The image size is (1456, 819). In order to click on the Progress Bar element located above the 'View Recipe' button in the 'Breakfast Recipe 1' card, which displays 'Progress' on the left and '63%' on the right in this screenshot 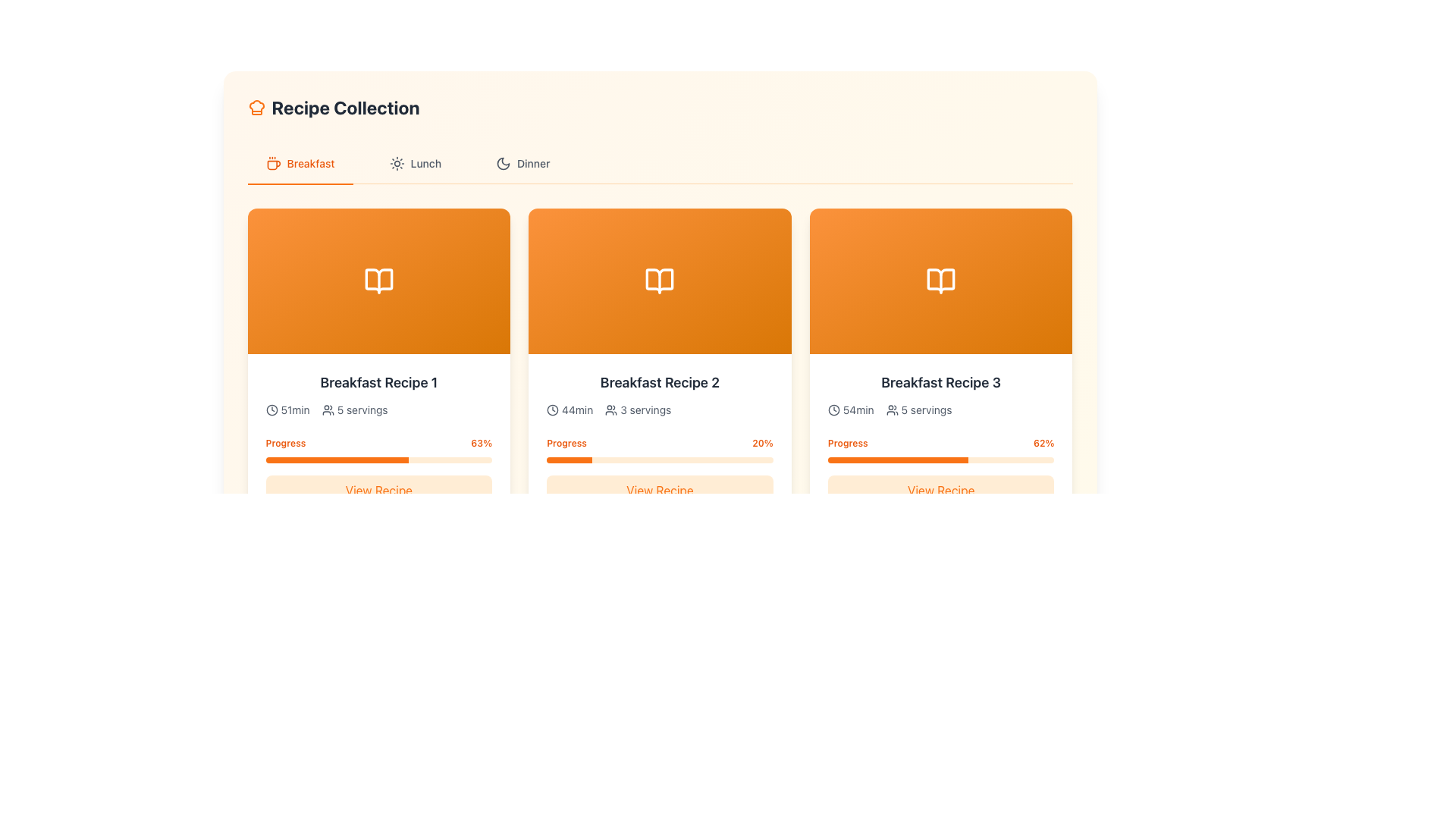, I will do `click(378, 459)`.